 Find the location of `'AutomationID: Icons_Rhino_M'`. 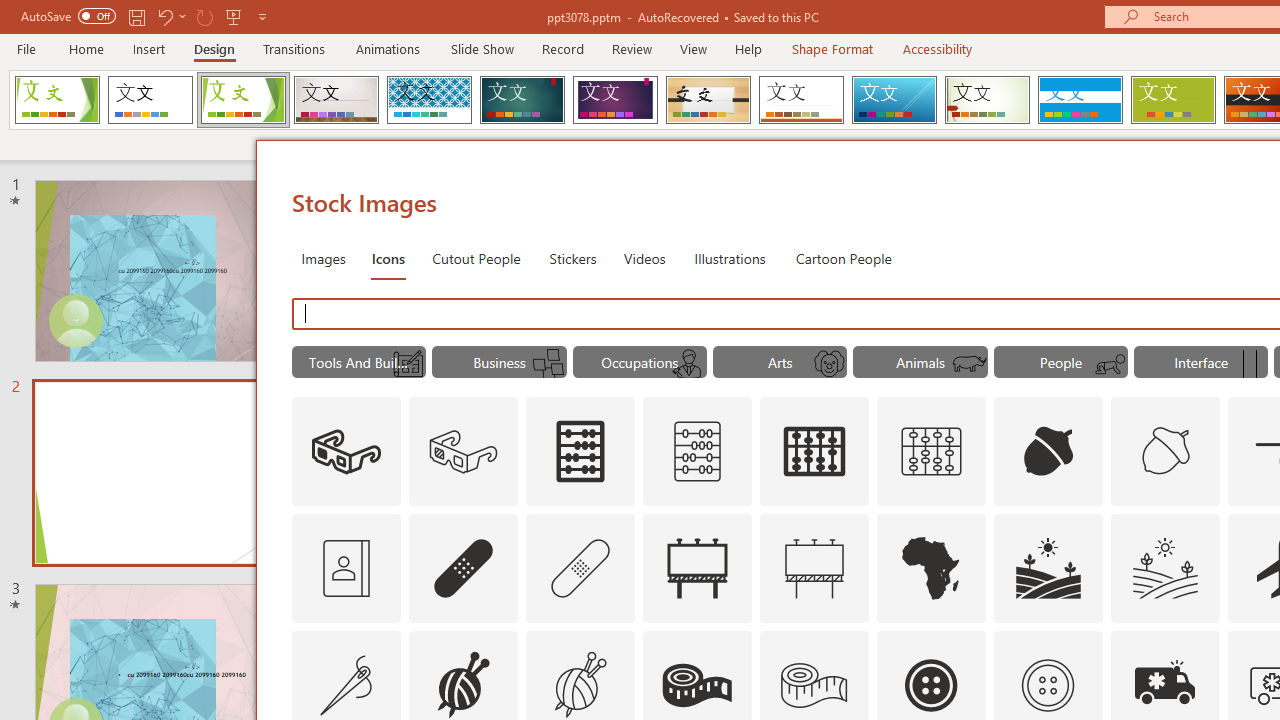

'AutomationID: Icons_Rhino_M' is located at coordinates (970, 364).